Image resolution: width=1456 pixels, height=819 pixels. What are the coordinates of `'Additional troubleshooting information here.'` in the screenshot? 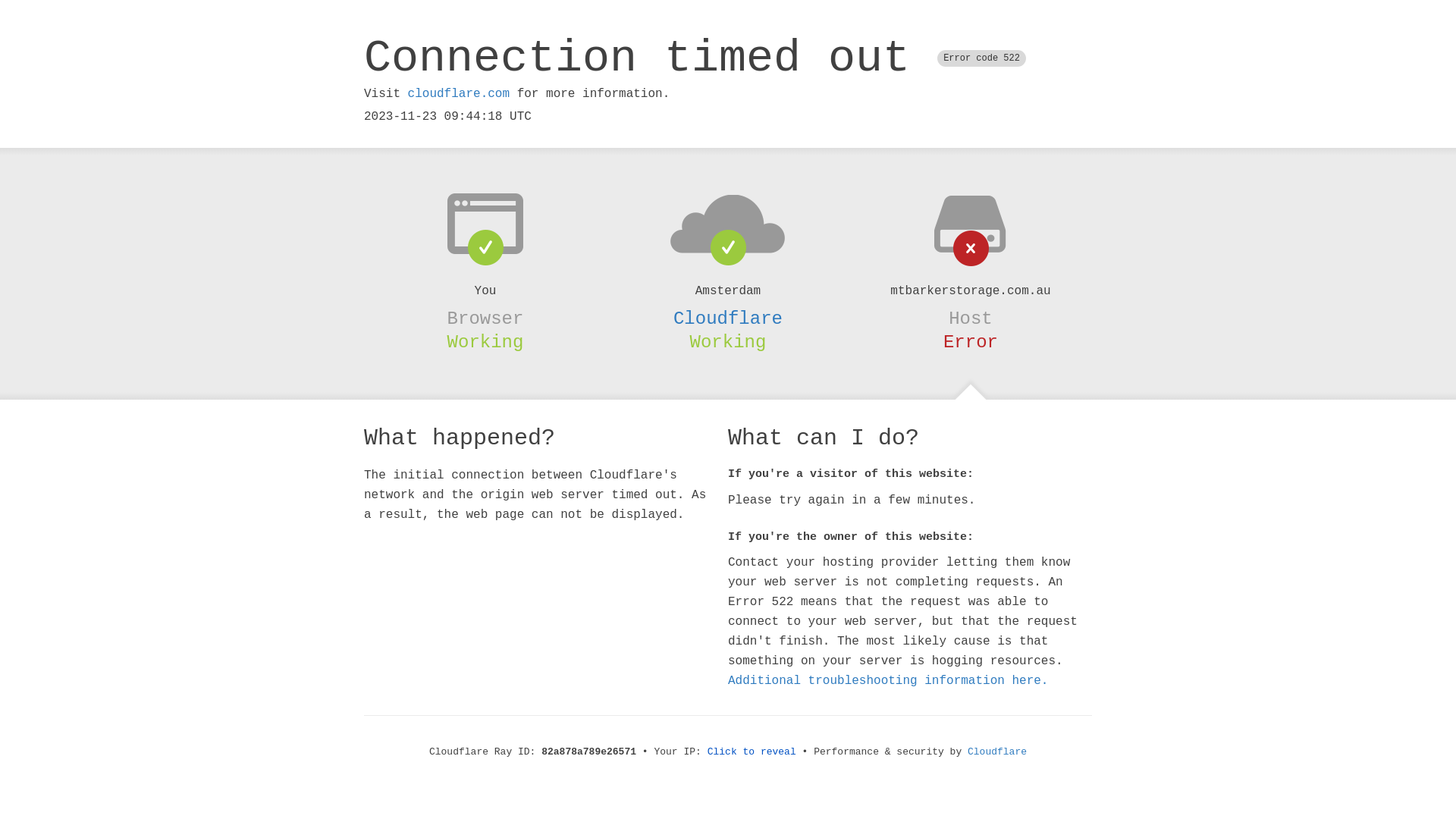 It's located at (888, 680).